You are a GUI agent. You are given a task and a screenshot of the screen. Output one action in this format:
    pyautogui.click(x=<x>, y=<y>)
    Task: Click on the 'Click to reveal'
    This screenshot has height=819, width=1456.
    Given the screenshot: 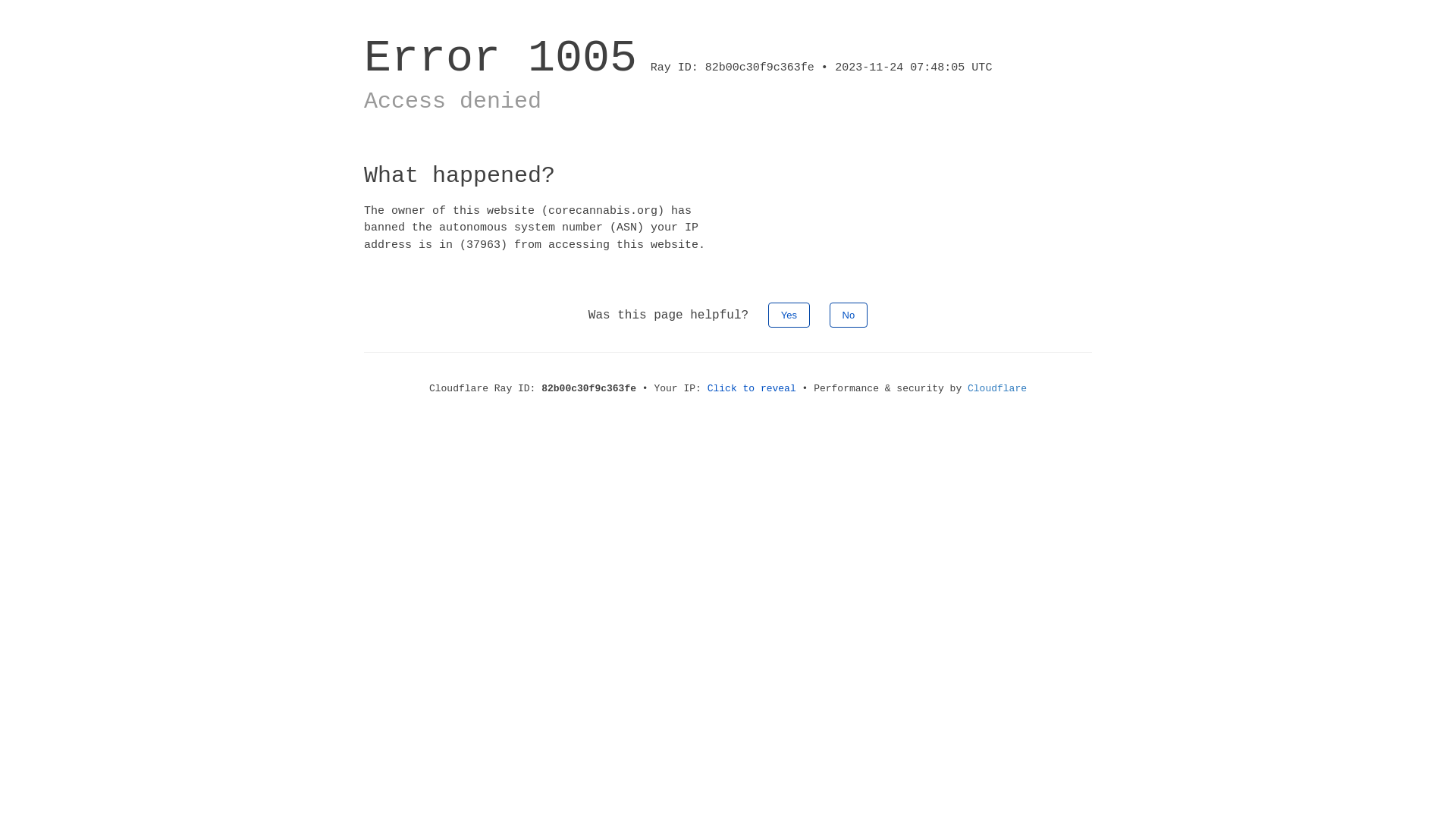 What is the action you would take?
    pyautogui.click(x=752, y=388)
    